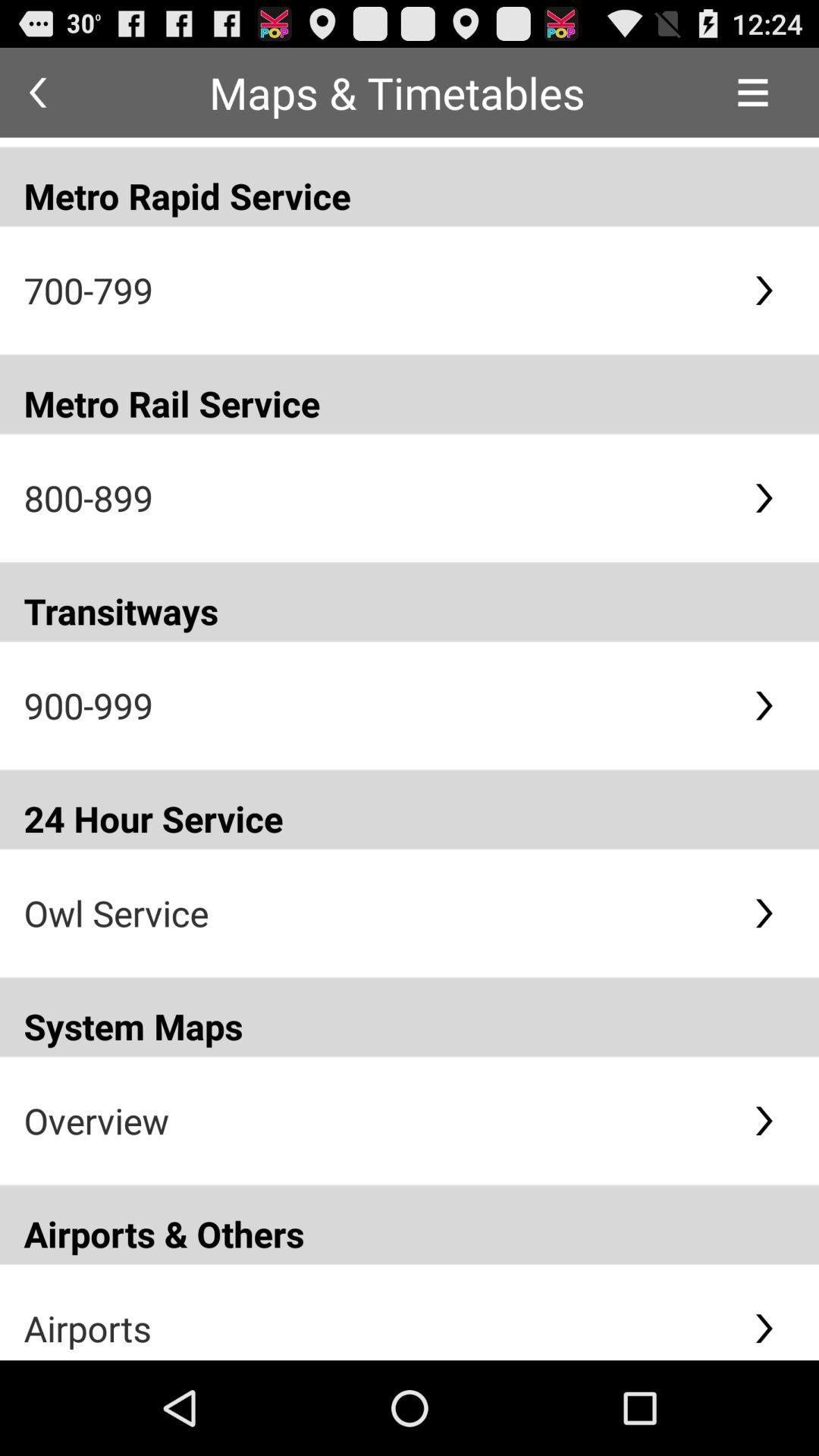  What do you see at coordinates (752, 92) in the screenshot?
I see `the icon to the right of maps & timetables icon` at bounding box center [752, 92].